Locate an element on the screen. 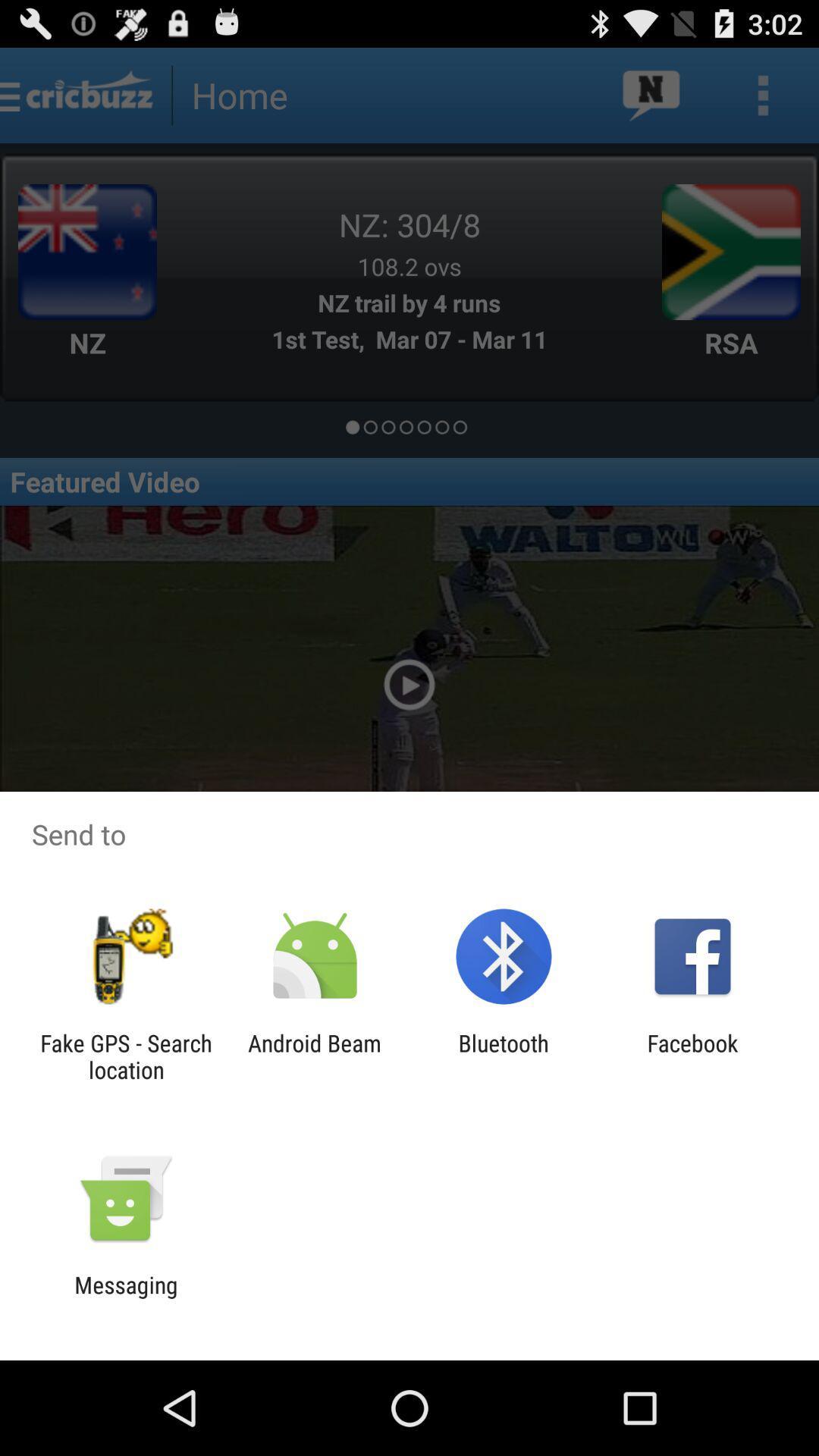  messaging app is located at coordinates (125, 1298).